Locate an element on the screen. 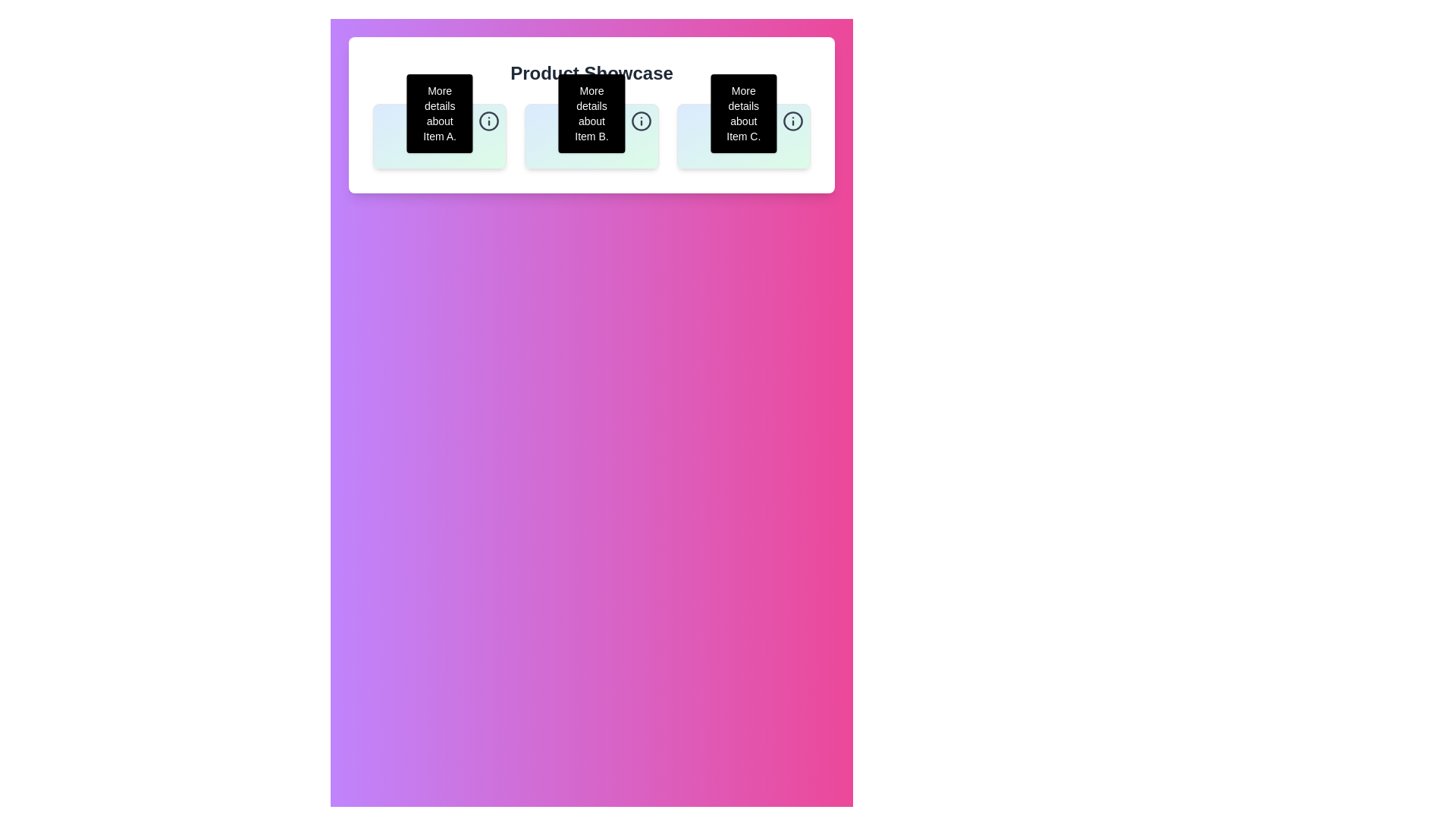 The image size is (1456, 819). the icon located at the top-right corner of the card titled 'Item C', which provides additional details related to the content of 'Item C' is located at coordinates (792, 120).